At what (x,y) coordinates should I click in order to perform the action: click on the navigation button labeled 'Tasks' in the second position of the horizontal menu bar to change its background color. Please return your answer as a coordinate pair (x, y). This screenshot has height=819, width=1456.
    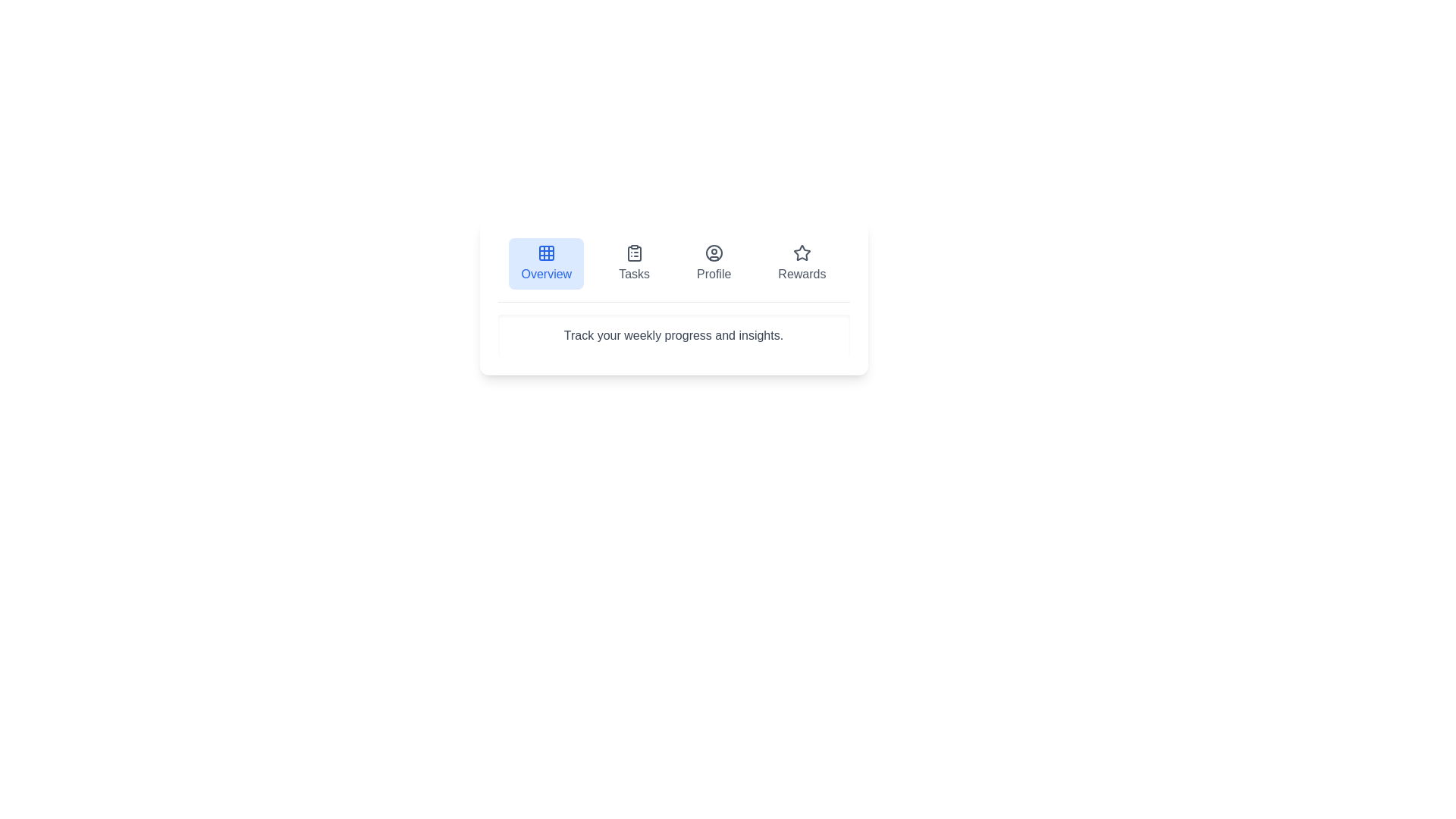
    Looking at the image, I should click on (634, 262).